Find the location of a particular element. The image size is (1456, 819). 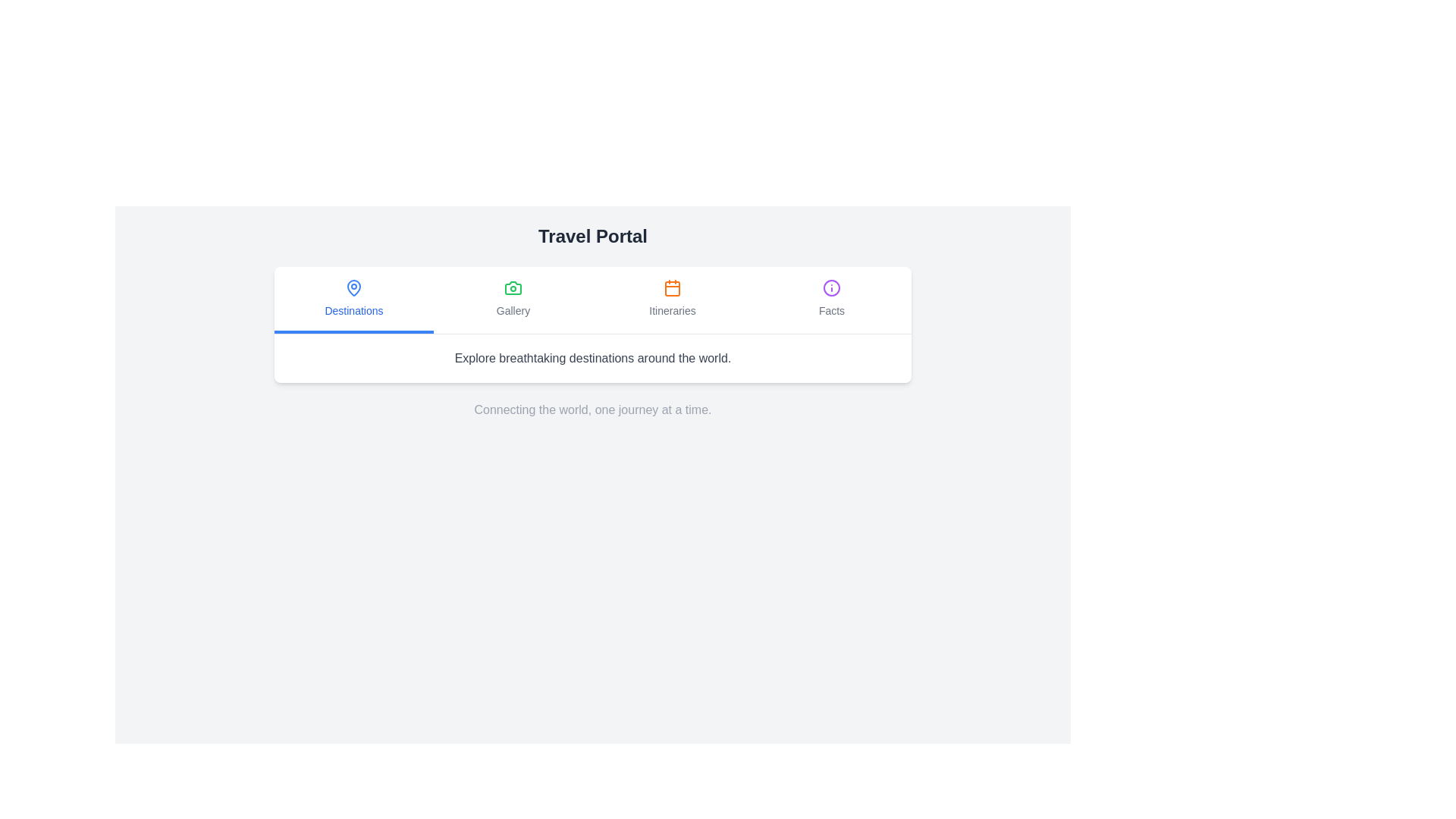

the icon located in the top-right segment of the navigation bar is located at coordinates (831, 288).